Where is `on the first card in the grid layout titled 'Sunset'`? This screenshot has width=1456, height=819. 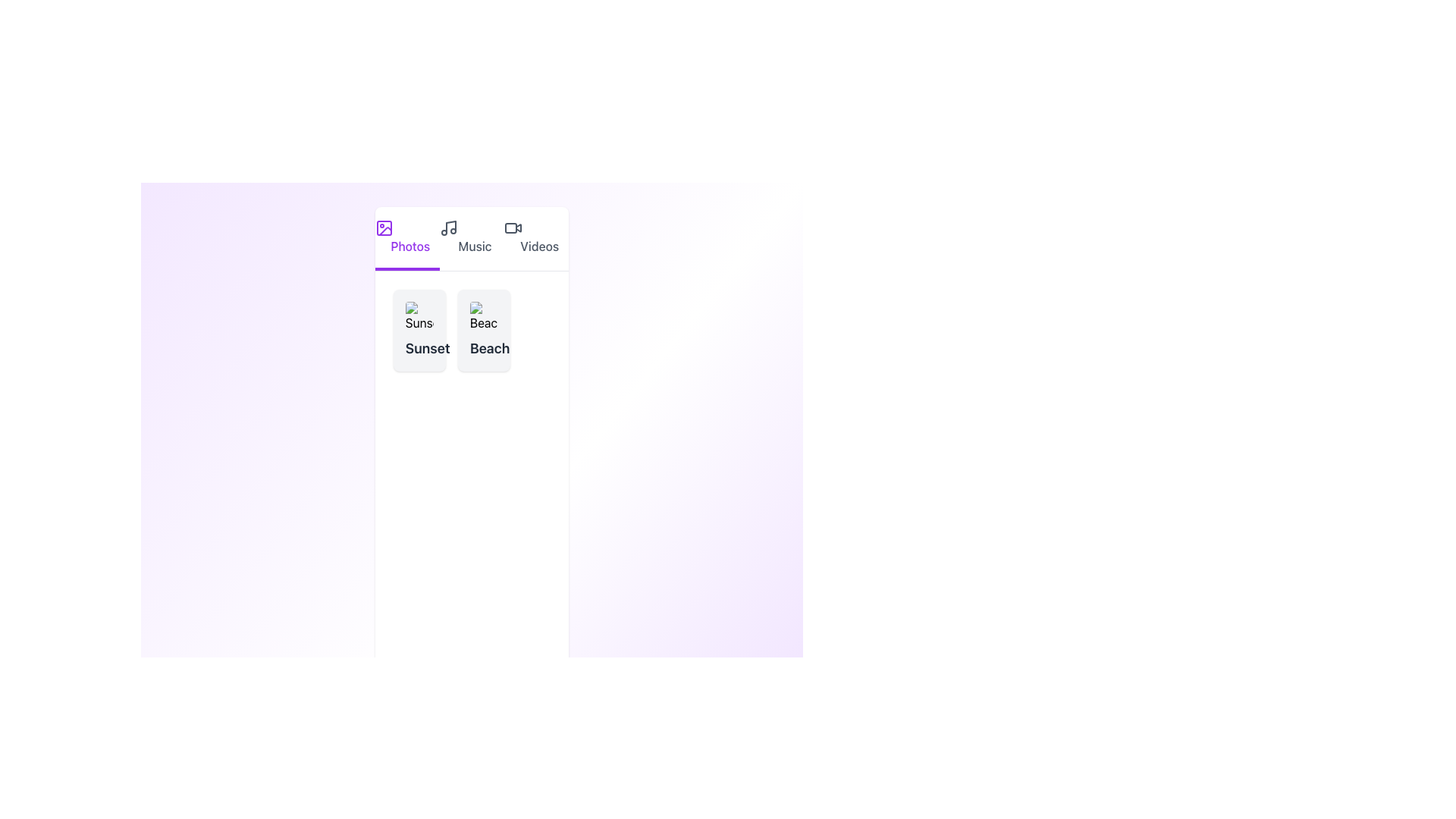
on the first card in the grid layout titled 'Sunset' is located at coordinates (419, 329).